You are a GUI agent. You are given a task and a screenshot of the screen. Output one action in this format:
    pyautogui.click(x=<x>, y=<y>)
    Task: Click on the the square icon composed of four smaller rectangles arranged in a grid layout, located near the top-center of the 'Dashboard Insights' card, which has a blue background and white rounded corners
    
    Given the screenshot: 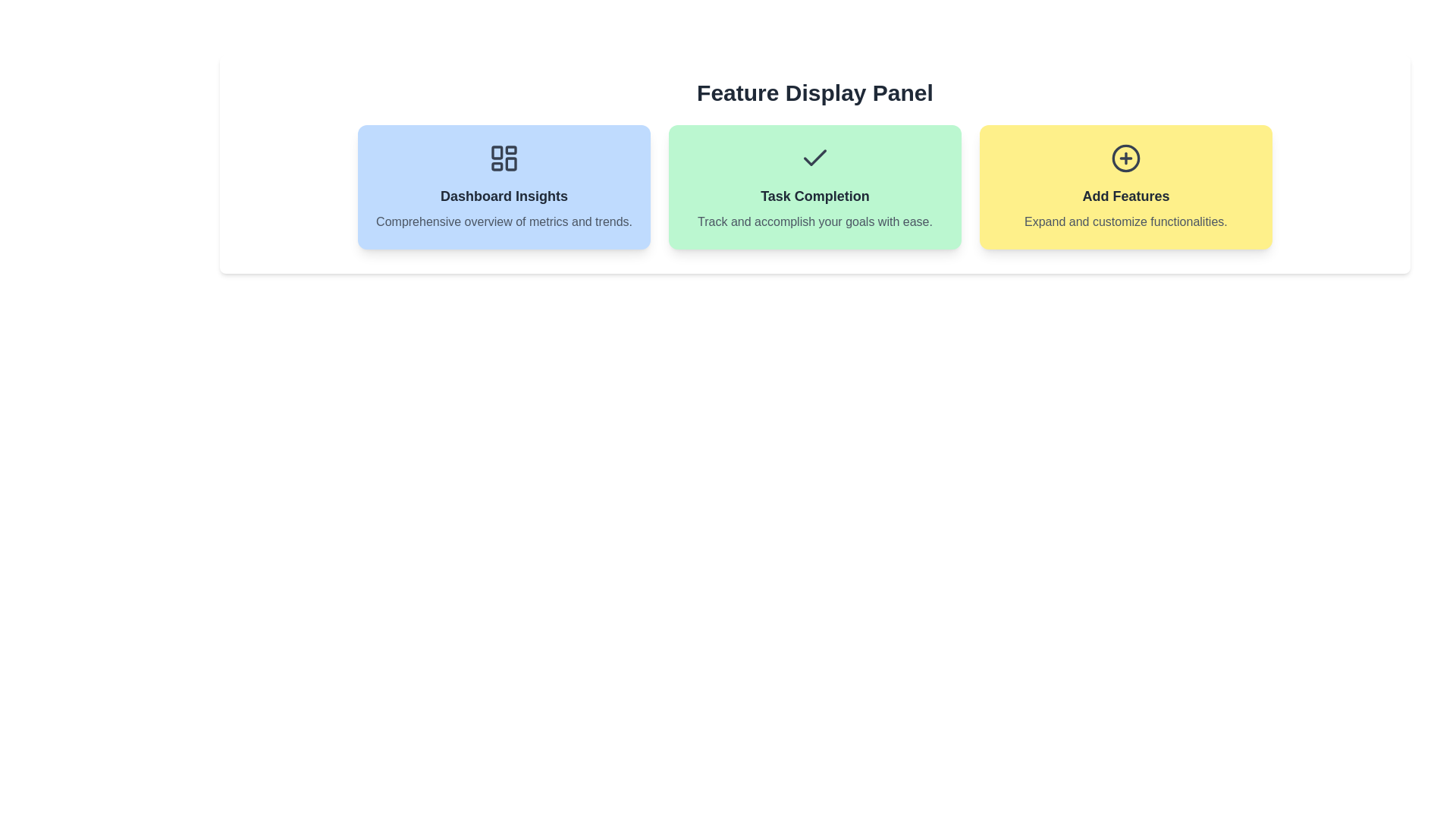 What is the action you would take?
    pyautogui.click(x=504, y=158)
    